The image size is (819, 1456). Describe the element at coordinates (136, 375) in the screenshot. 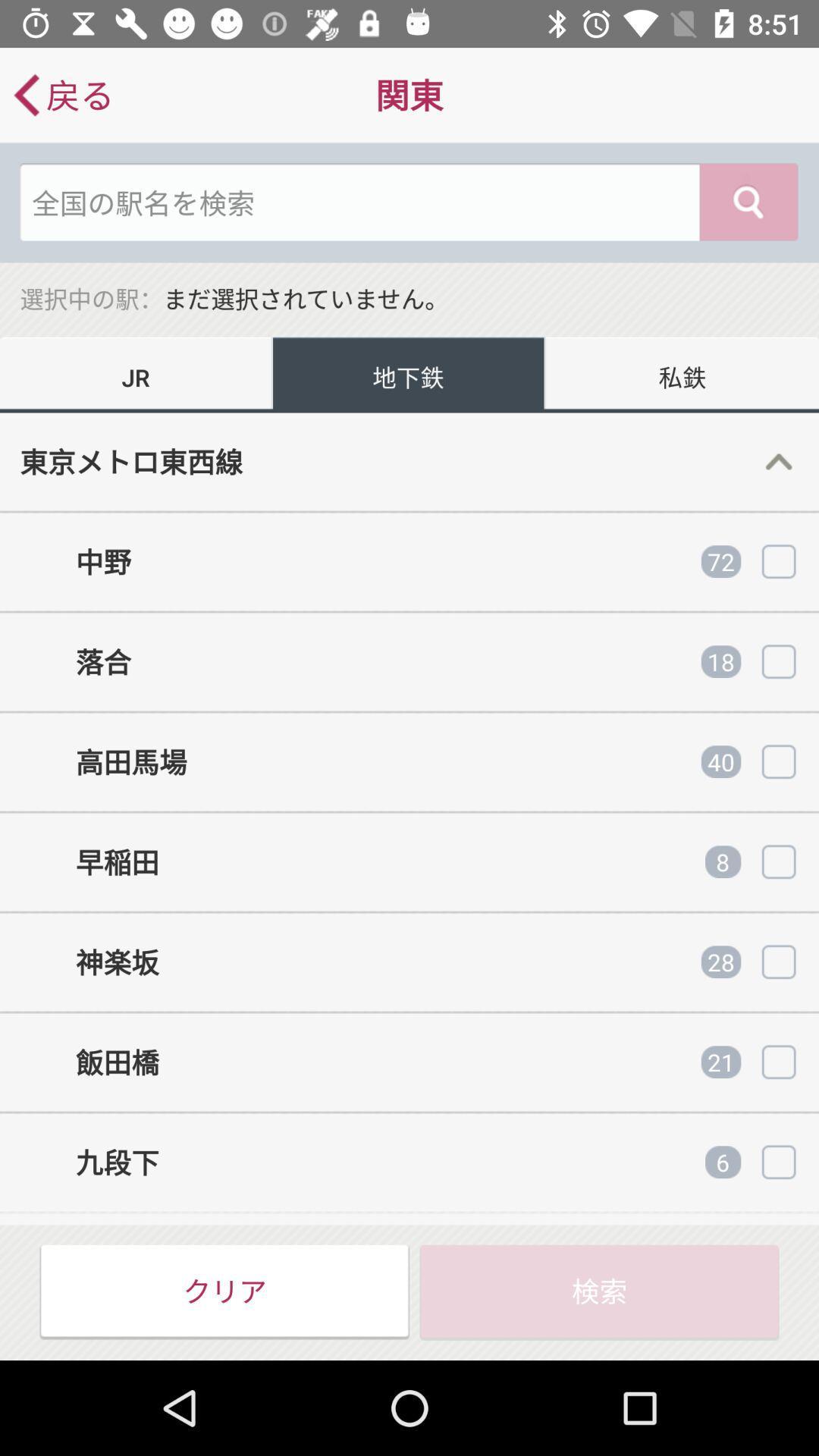

I see `jr icon` at that location.